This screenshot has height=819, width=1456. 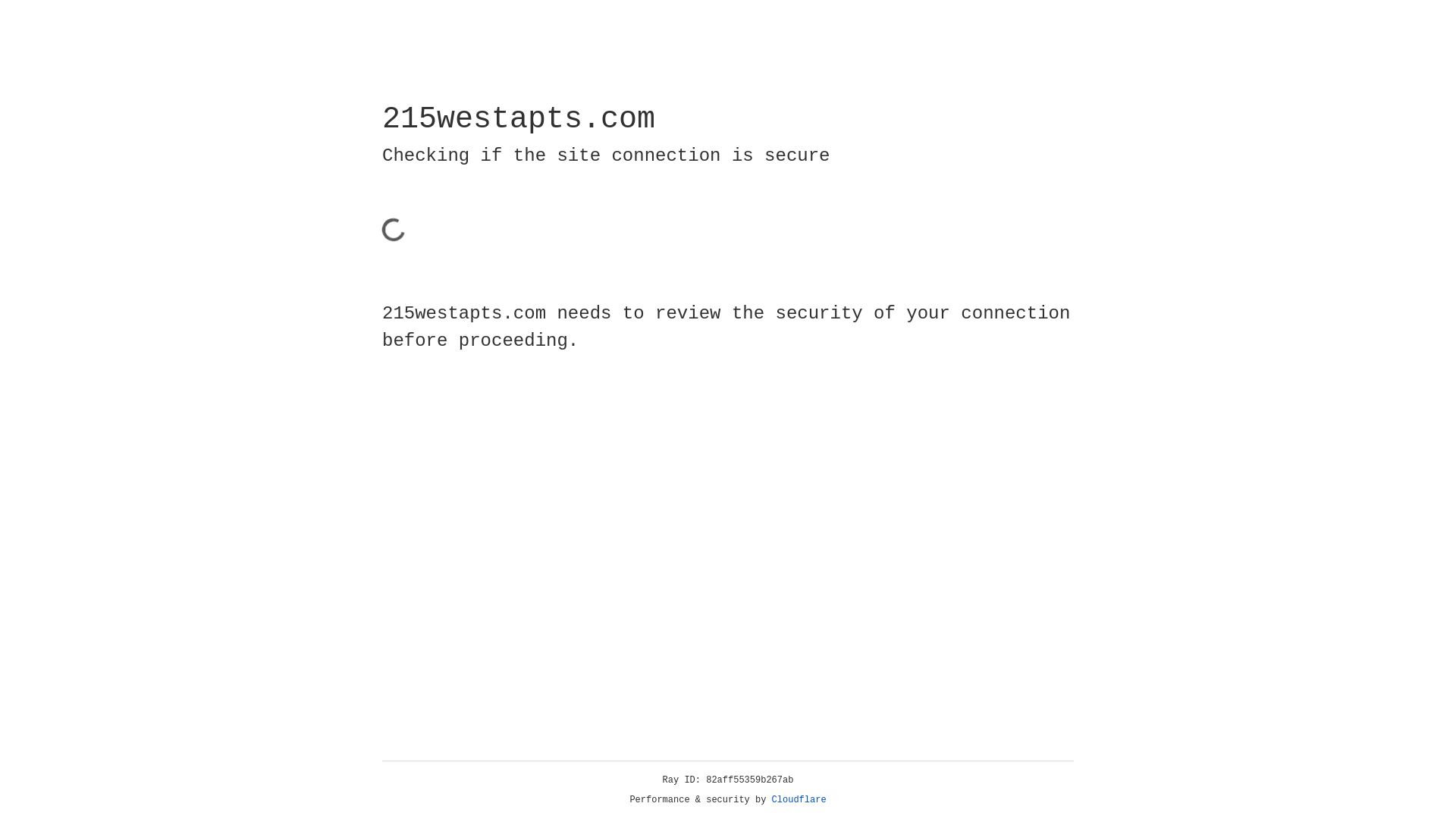 I want to click on 'Cloudflare', so click(x=771, y=799).